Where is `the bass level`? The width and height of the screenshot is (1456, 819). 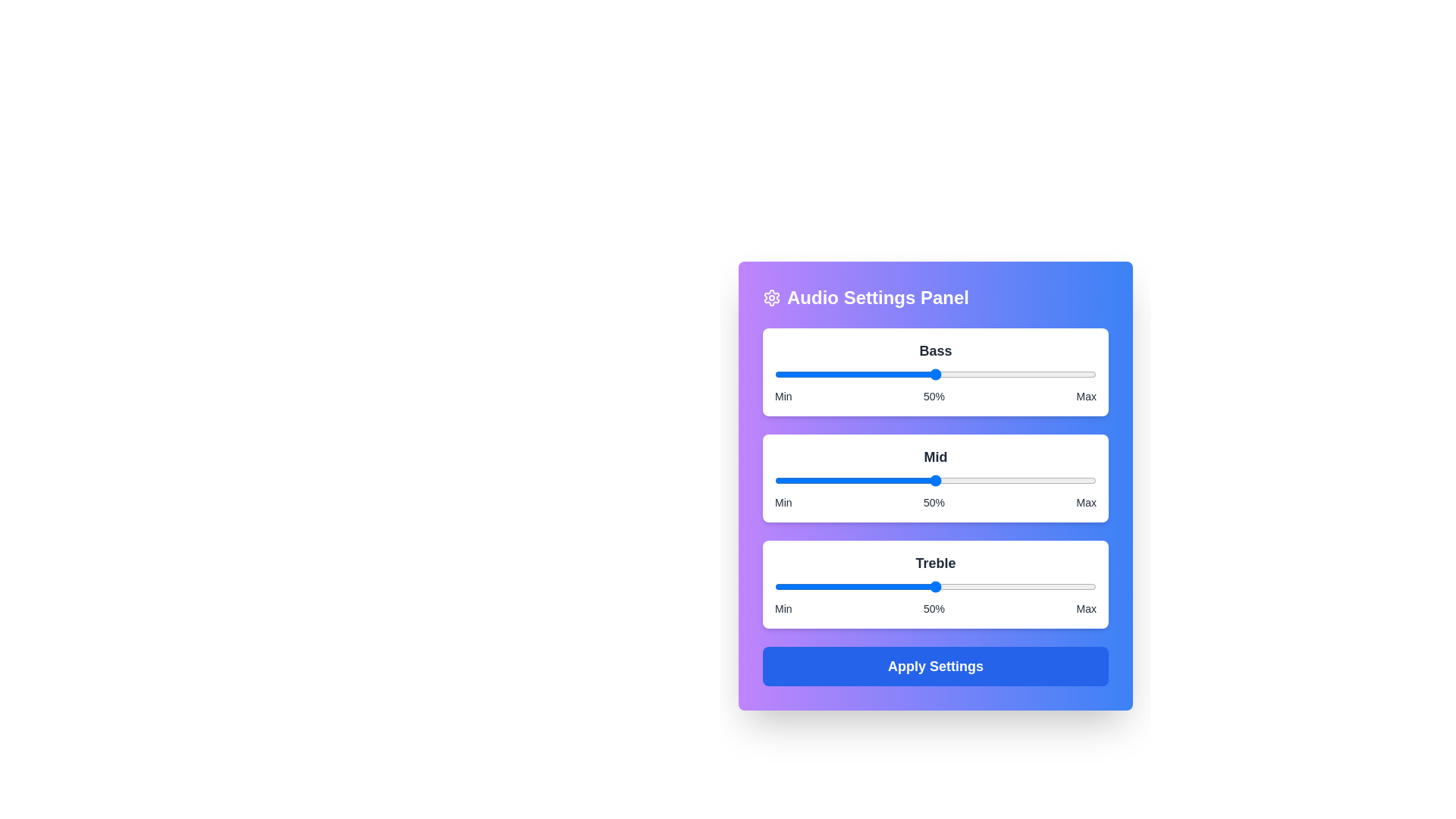
the bass level is located at coordinates (1047, 374).